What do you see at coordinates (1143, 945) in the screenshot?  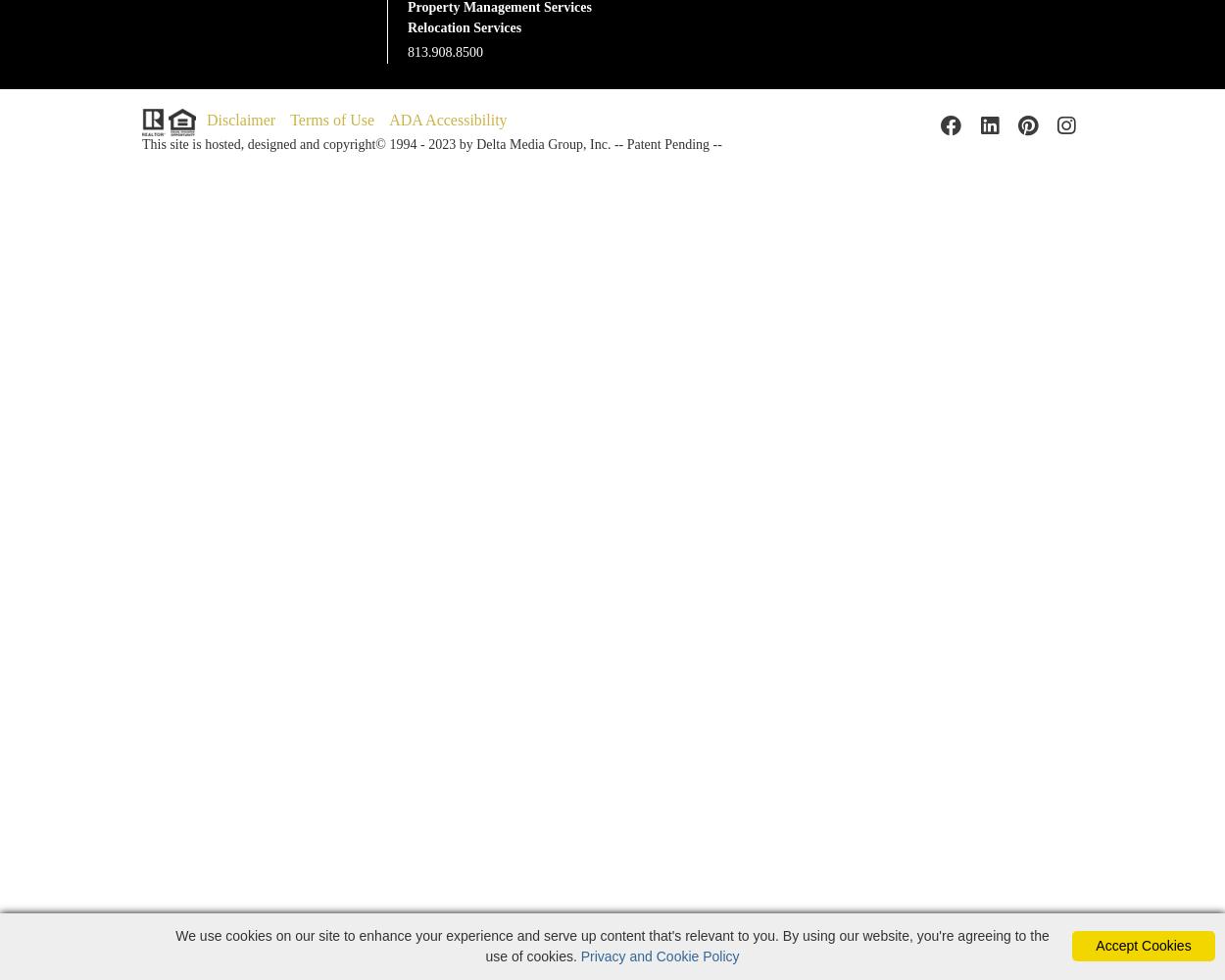 I see `'Accept Cookies'` at bounding box center [1143, 945].